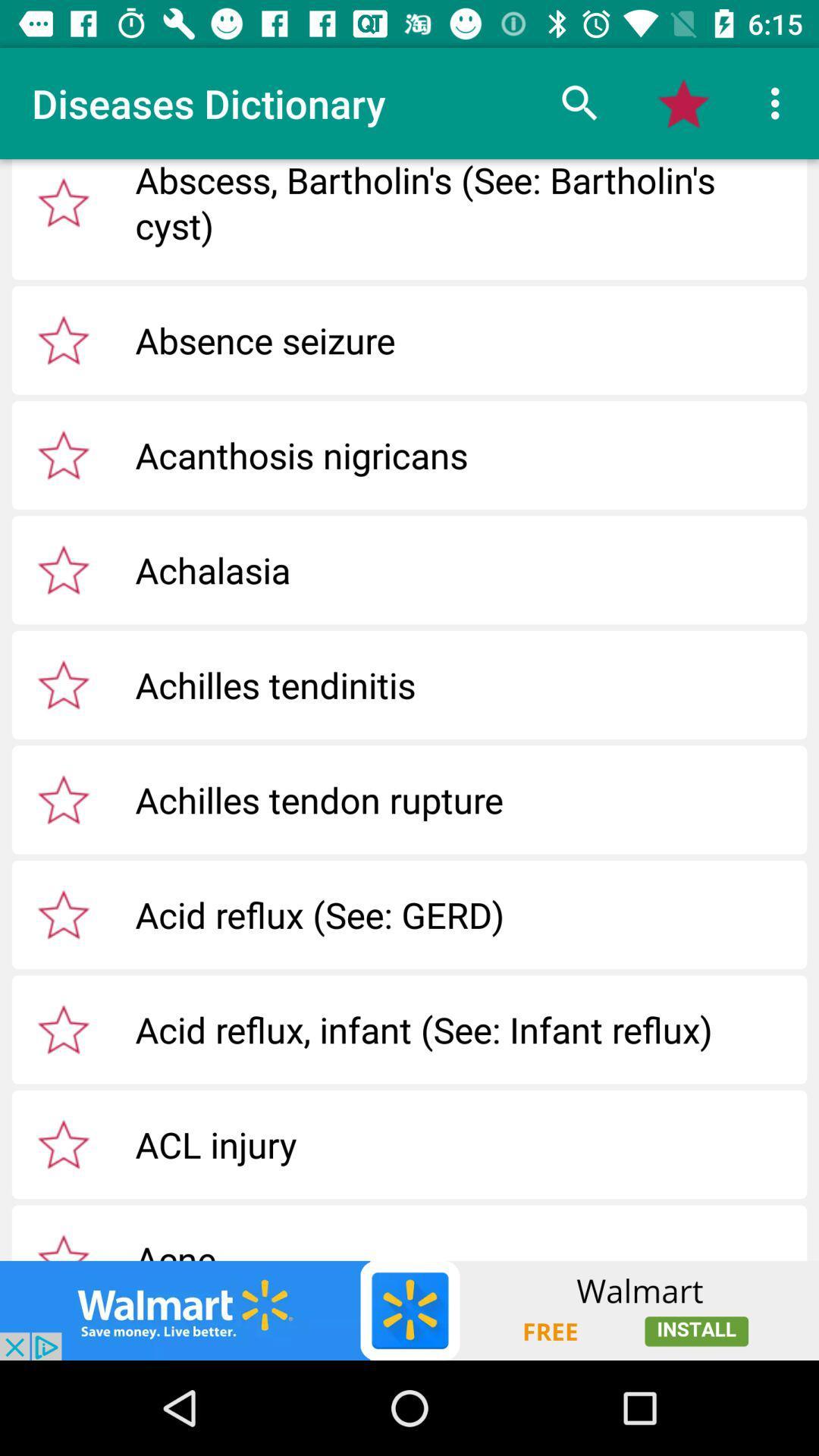  What do you see at coordinates (63, 202) in the screenshot?
I see `click the star option` at bounding box center [63, 202].